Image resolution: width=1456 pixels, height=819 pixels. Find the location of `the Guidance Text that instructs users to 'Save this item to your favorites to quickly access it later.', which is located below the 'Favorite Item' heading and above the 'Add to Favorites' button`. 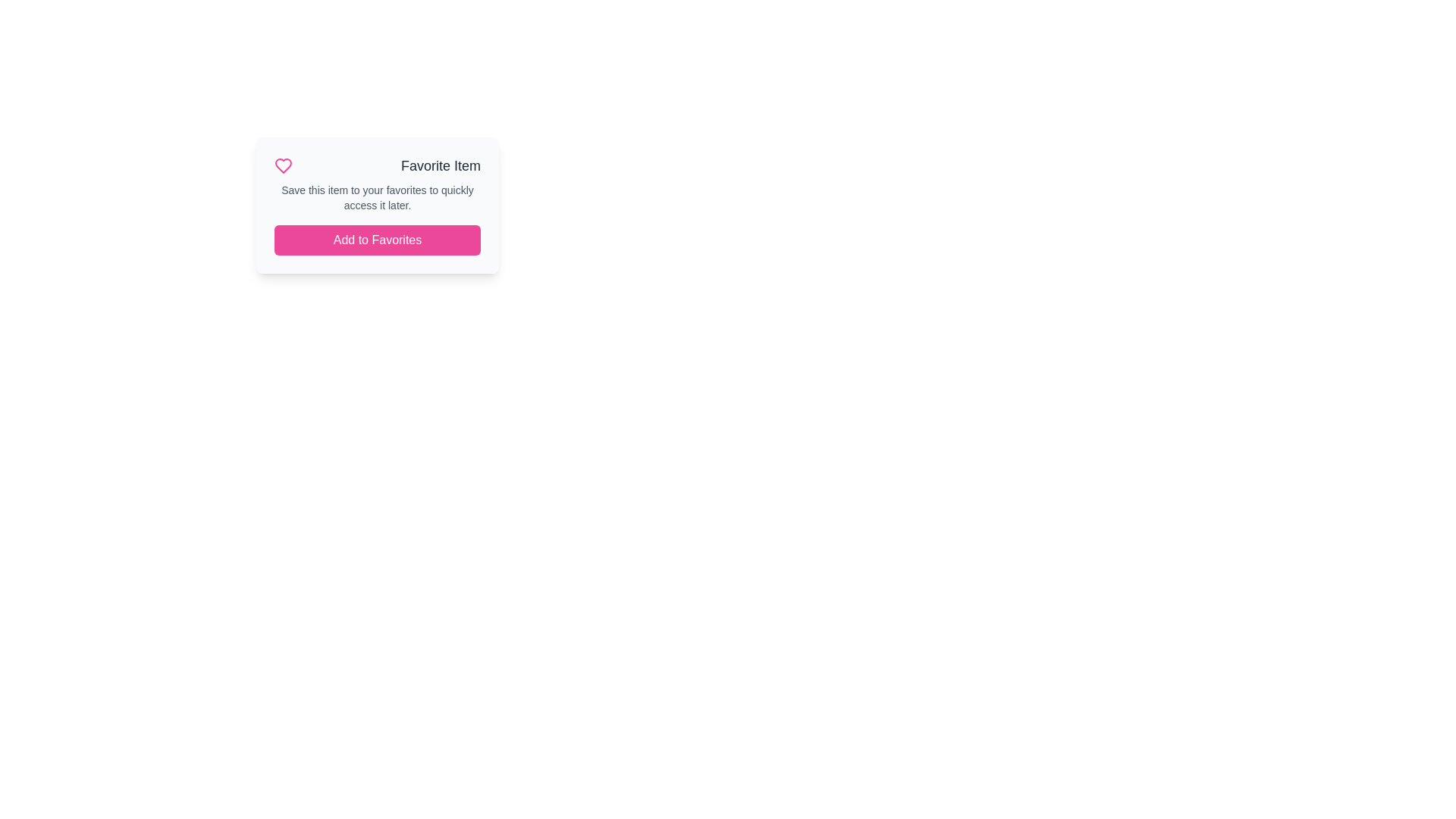

the Guidance Text that instructs users to 'Save this item to your favorites to quickly access it later.', which is located below the 'Favorite Item' heading and above the 'Add to Favorites' button is located at coordinates (378, 197).